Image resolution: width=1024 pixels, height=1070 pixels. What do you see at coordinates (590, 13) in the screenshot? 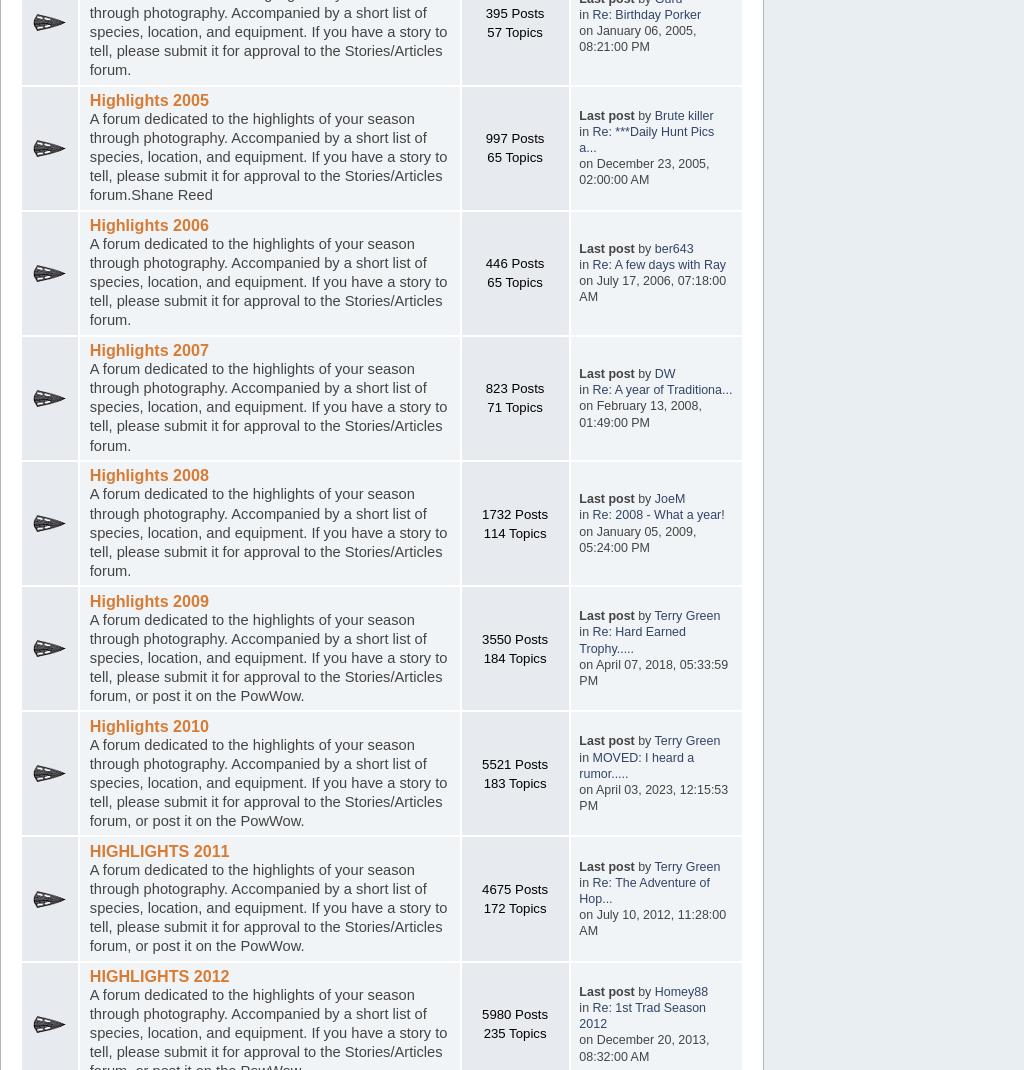
I see `'Re: Birthday Porker'` at bounding box center [590, 13].